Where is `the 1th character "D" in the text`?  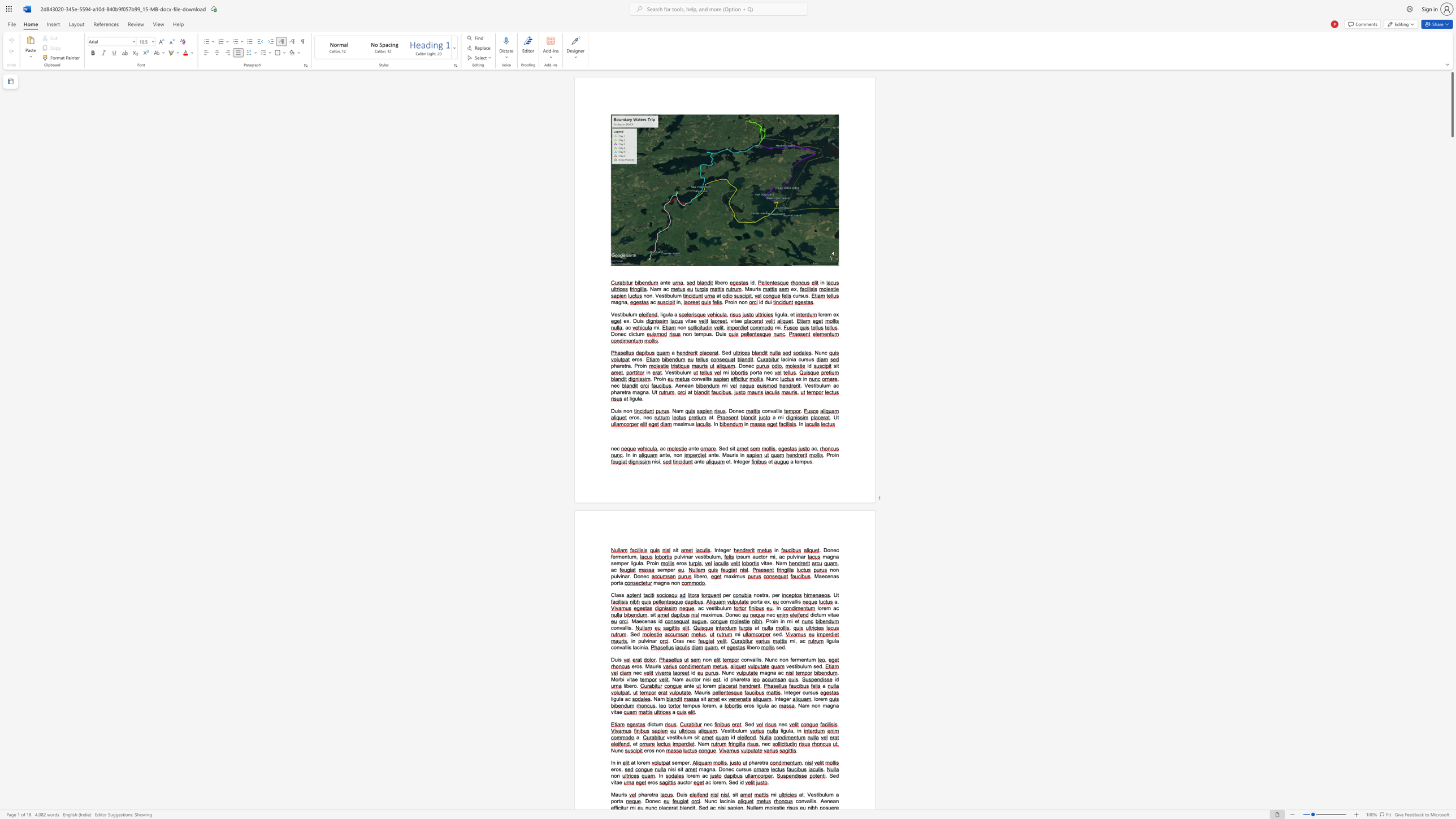 the 1th character "D" in the text is located at coordinates (720, 769).